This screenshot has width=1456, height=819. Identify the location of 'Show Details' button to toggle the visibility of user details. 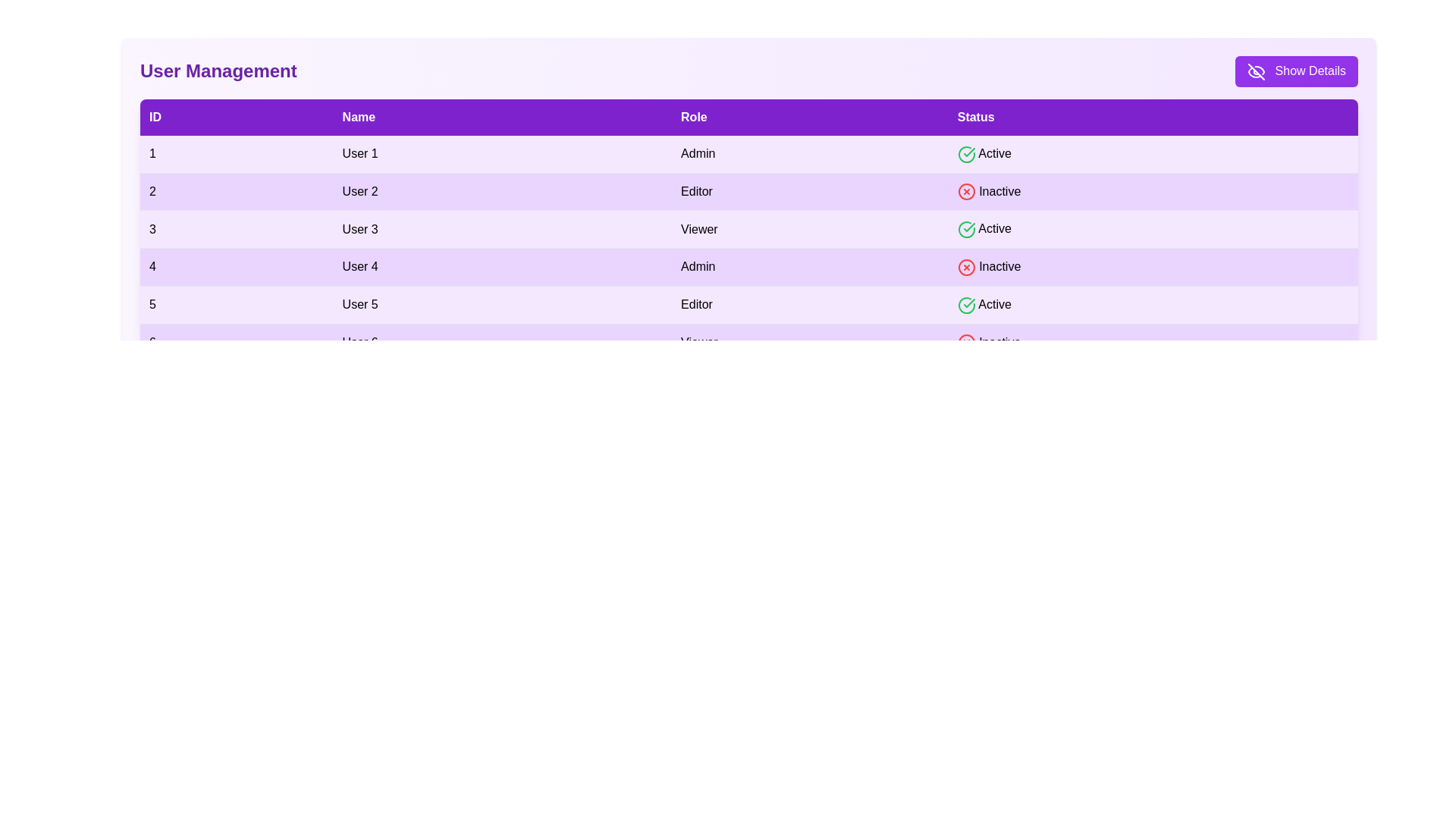
(1295, 71).